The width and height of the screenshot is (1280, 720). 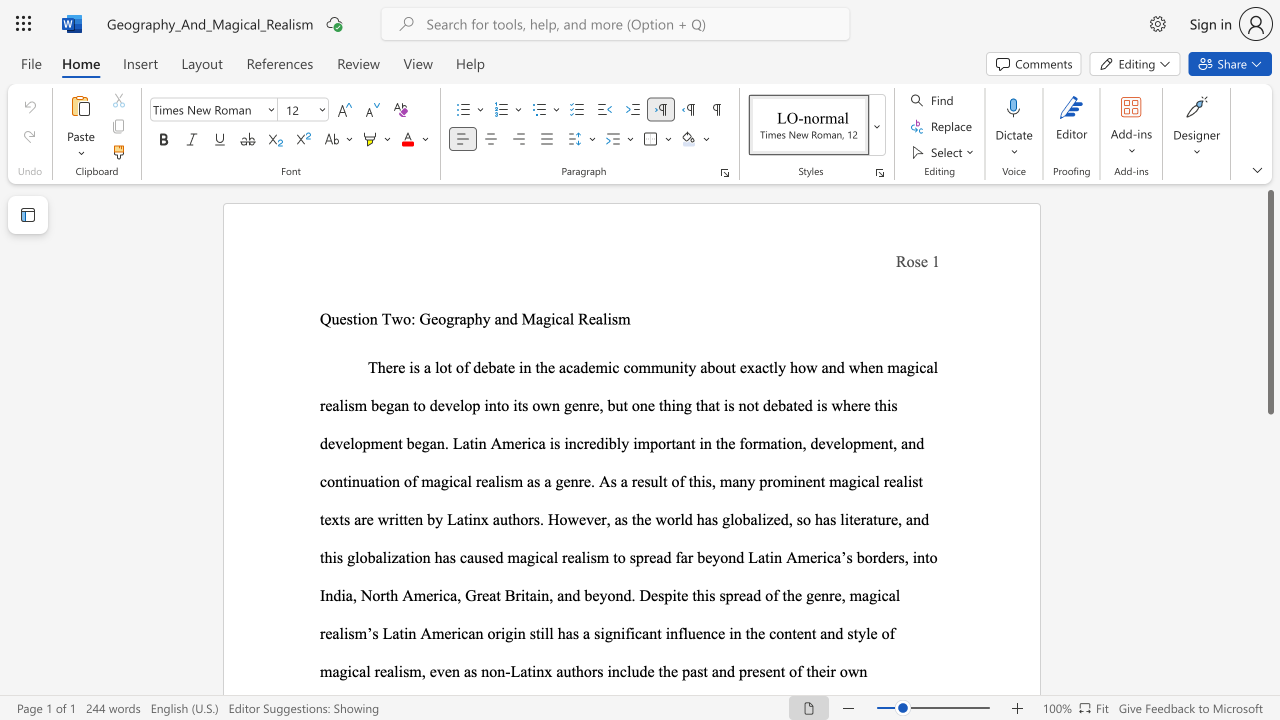 I want to click on the scrollbar on the right to move the page downward, so click(x=1269, y=570).